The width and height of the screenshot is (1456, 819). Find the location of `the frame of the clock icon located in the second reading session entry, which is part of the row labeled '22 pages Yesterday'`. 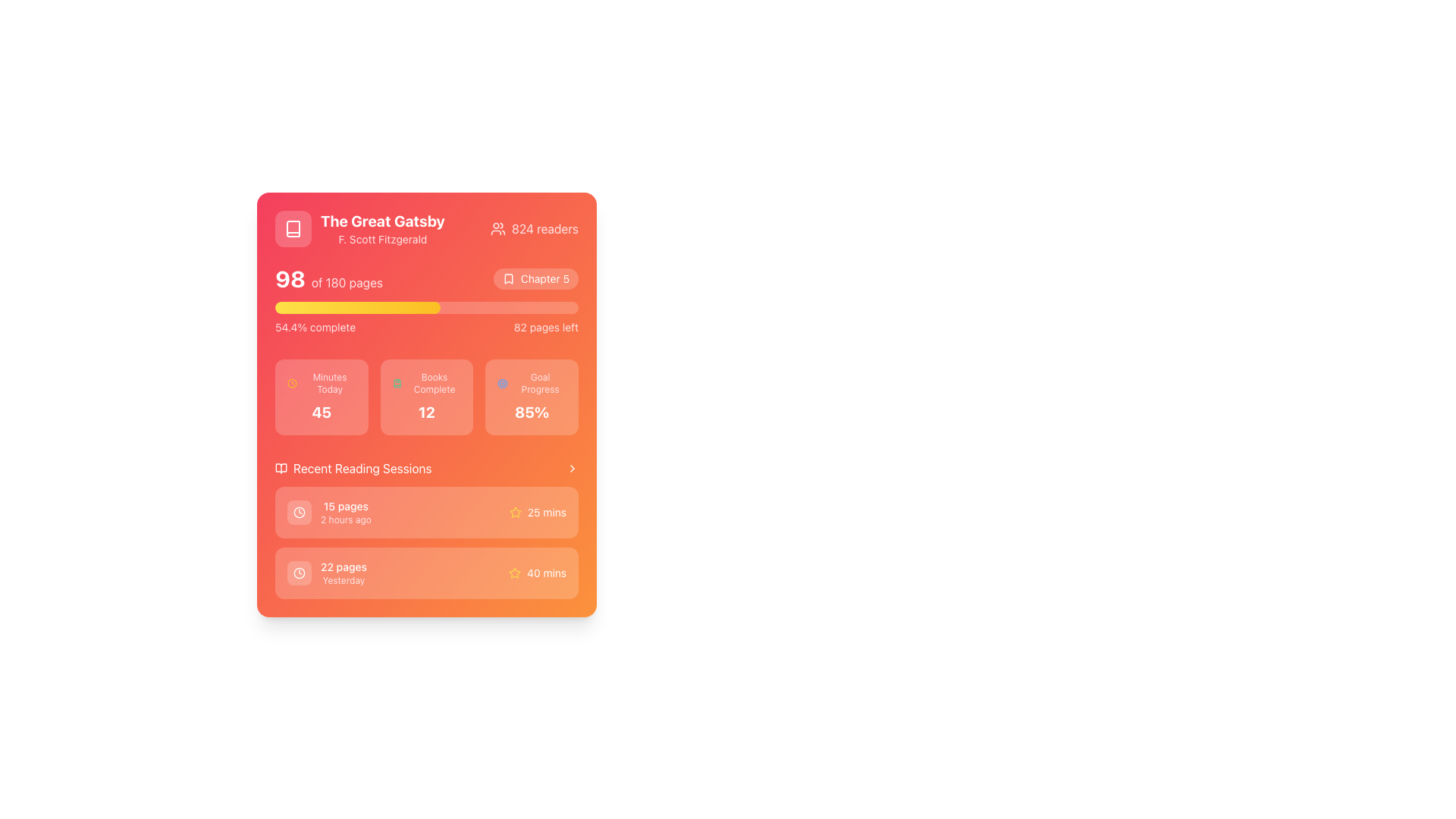

the frame of the clock icon located in the second reading session entry, which is part of the row labeled '22 pages Yesterday' is located at coordinates (299, 512).